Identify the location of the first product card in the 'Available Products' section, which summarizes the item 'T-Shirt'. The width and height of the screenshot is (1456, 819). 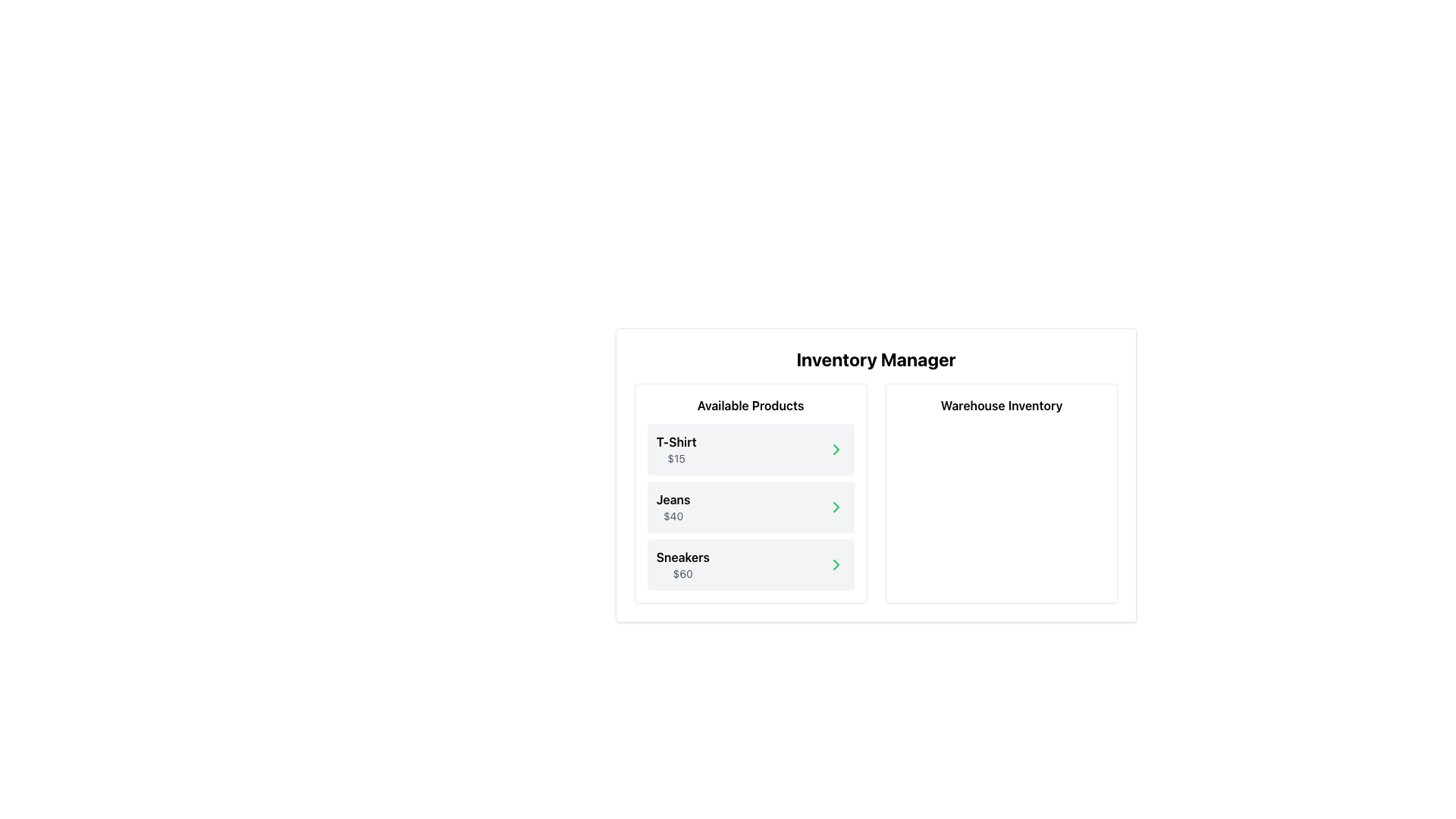
(751, 449).